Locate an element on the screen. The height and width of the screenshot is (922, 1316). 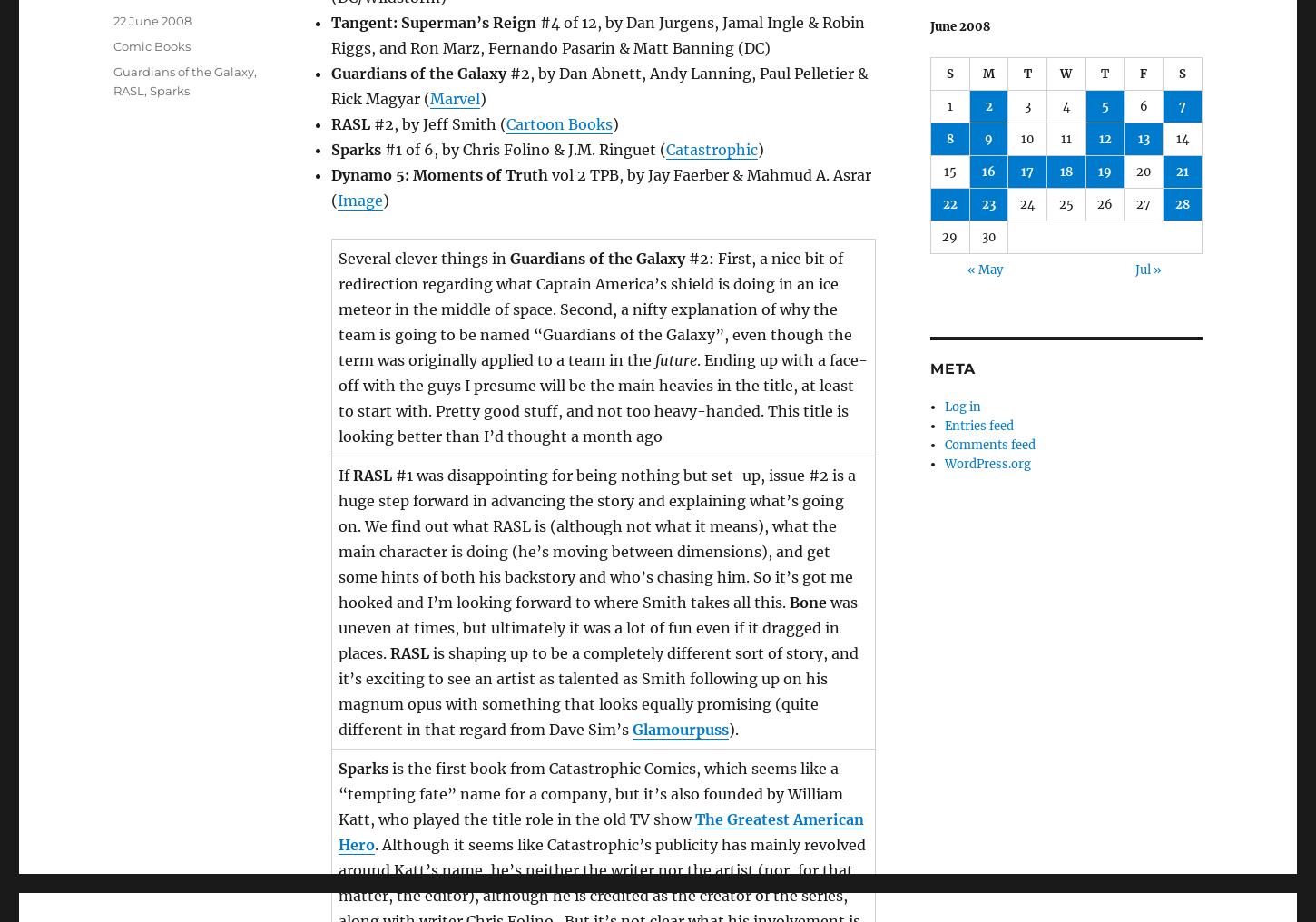
'26' is located at coordinates (1097, 203).